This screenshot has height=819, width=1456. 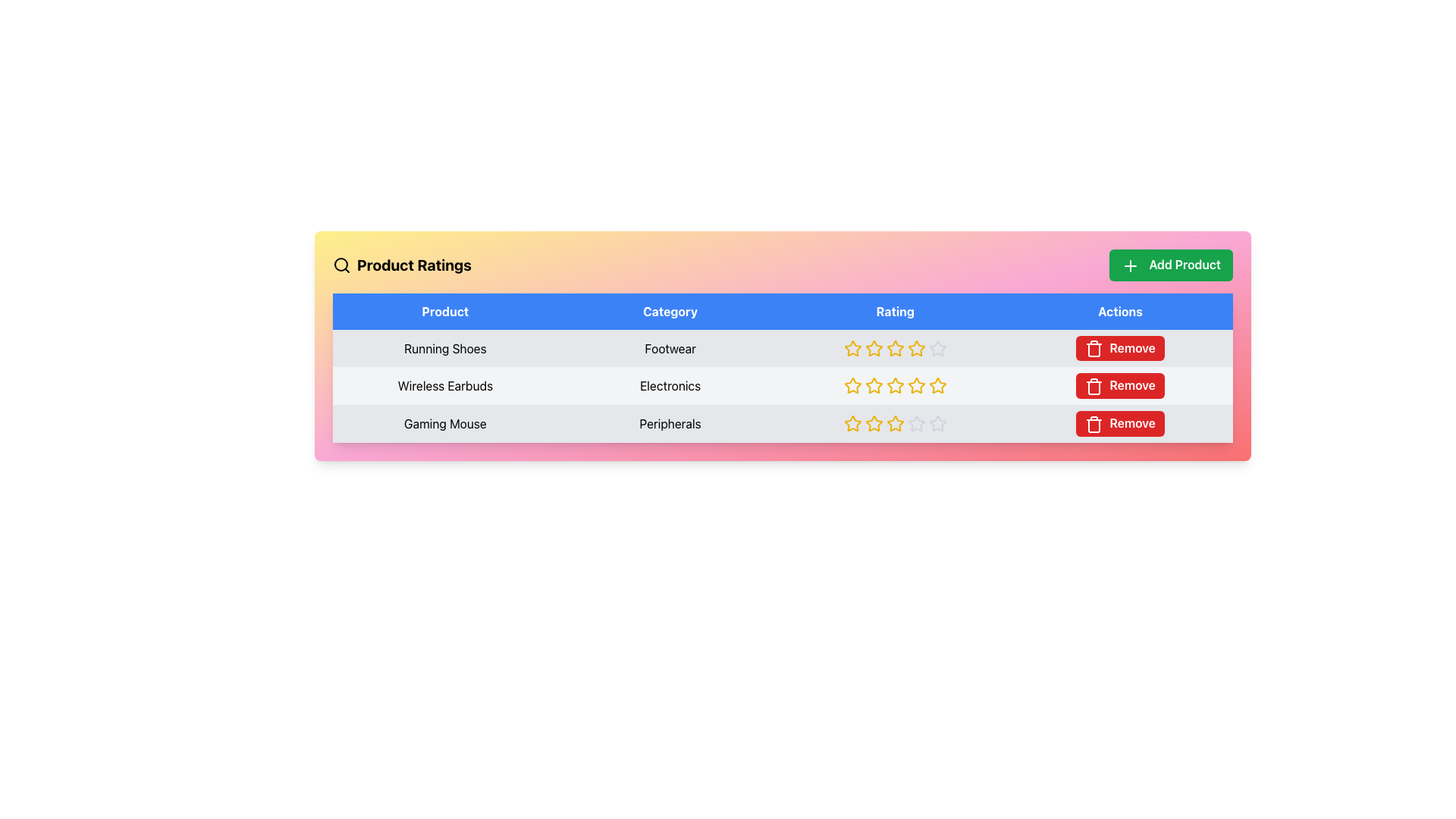 What do you see at coordinates (670, 310) in the screenshot?
I see `the 'Category' column header, which is the second column header in a four-column table, located between 'Product' and 'Rating'` at bounding box center [670, 310].